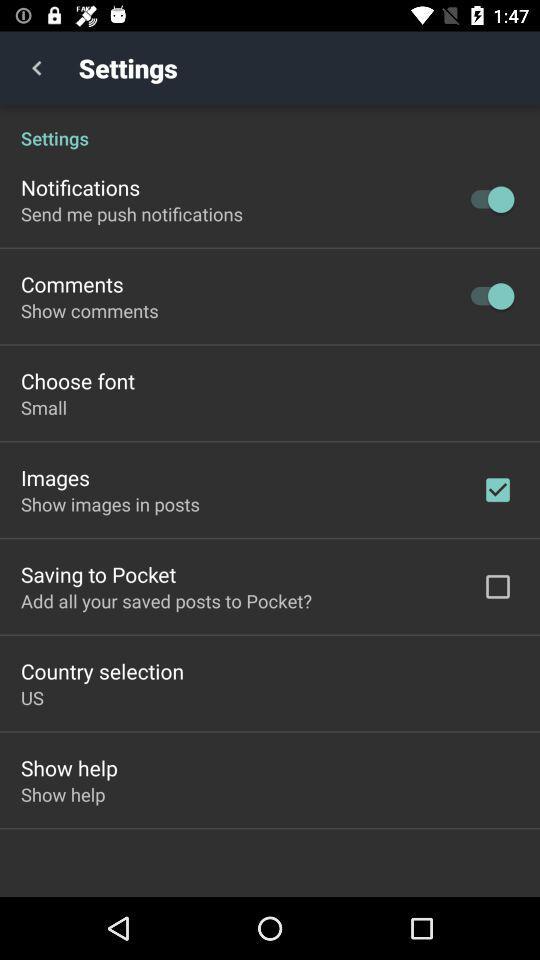  What do you see at coordinates (76, 380) in the screenshot?
I see `icon above the small` at bounding box center [76, 380].